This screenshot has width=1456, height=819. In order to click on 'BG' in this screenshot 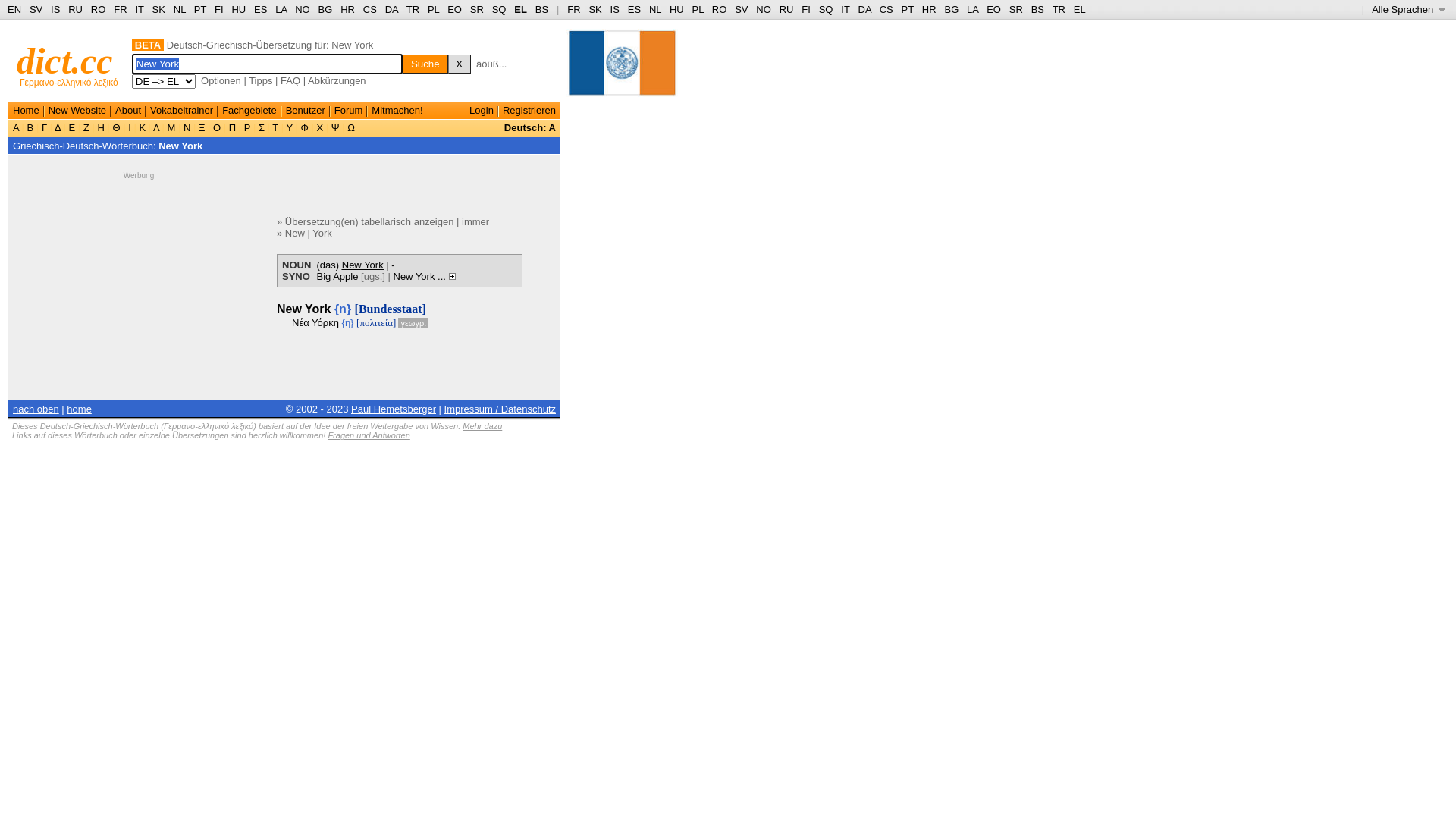, I will do `click(318, 9)`.